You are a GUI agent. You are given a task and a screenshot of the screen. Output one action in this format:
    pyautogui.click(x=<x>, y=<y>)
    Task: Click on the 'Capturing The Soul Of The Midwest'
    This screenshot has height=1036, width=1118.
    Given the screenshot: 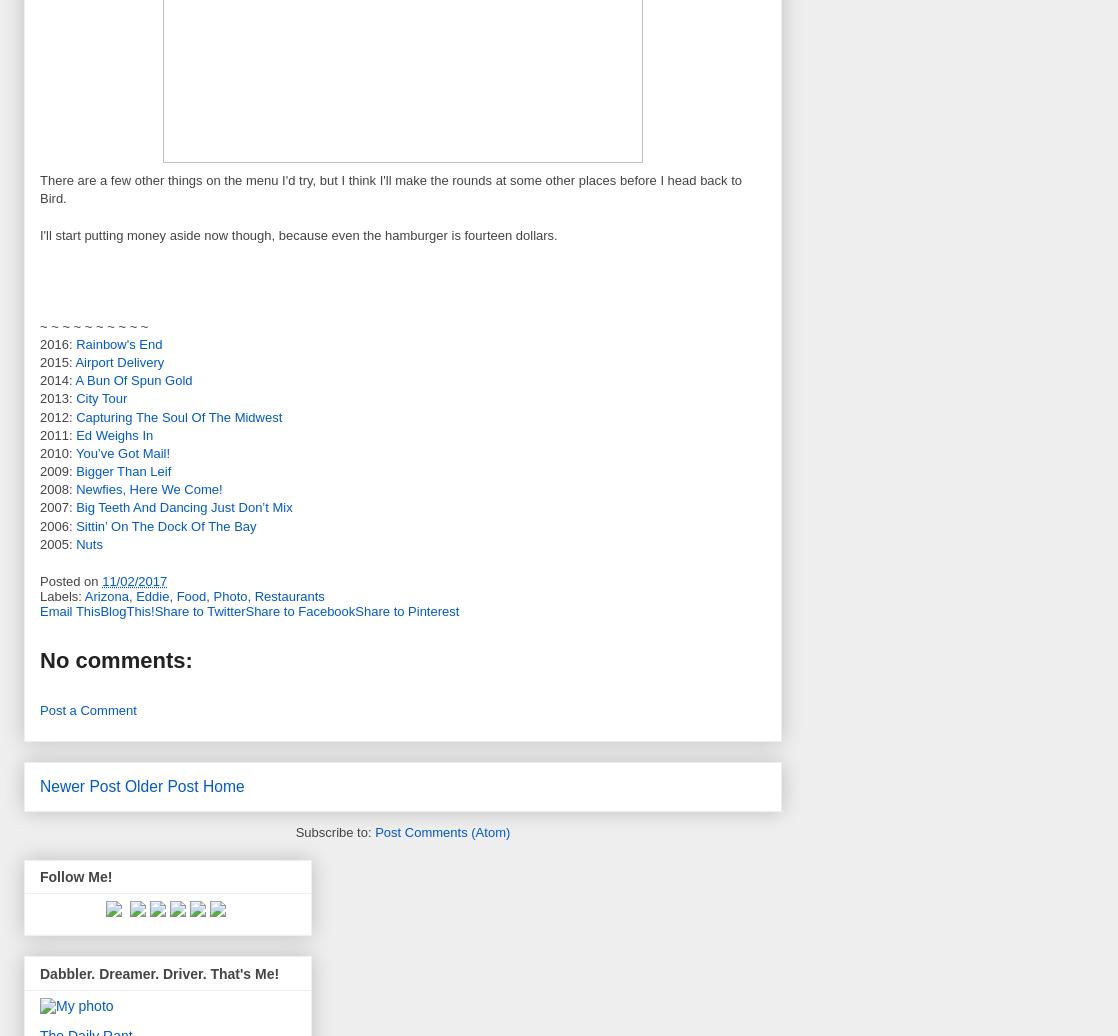 What is the action you would take?
    pyautogui.click(x=178, y=416)
    